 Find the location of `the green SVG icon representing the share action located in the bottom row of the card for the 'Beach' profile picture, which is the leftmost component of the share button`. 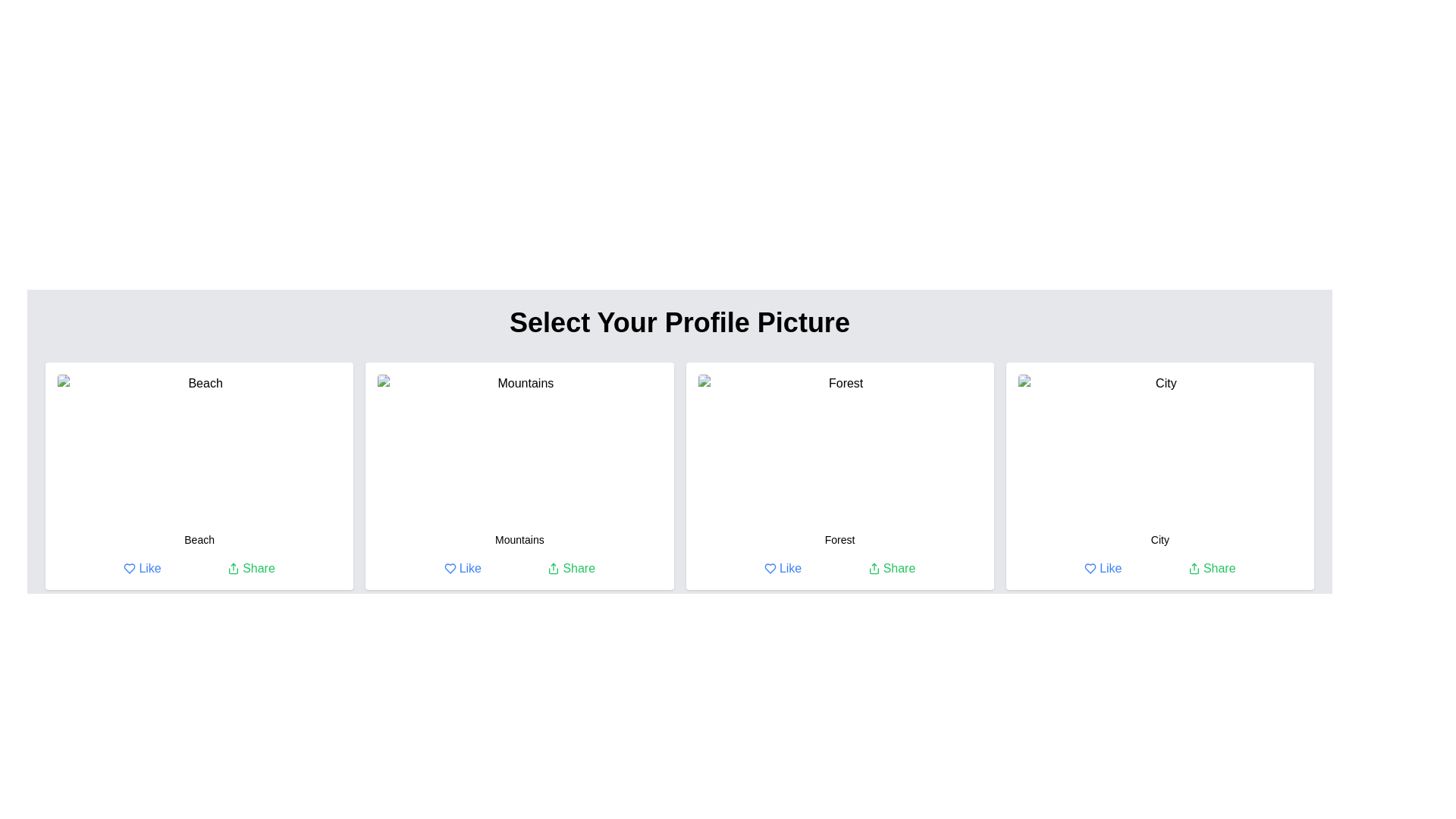

the green SVG icon representing the share action located in the bottom row of the card for the 'Beach' profile picture, which is the leftmost component of the share button is located at coordinates (233, 568).